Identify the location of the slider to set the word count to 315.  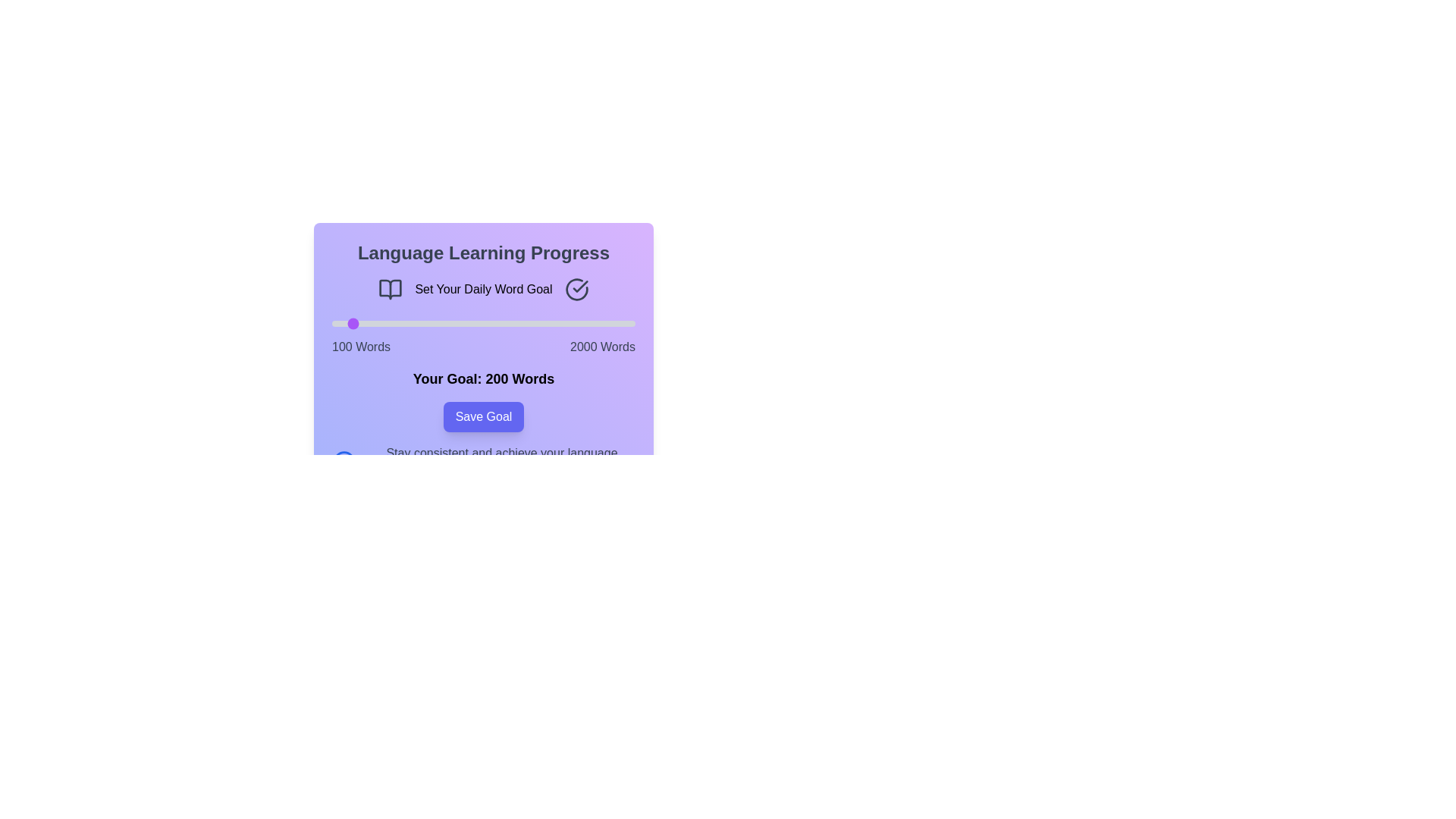
(366, 323).